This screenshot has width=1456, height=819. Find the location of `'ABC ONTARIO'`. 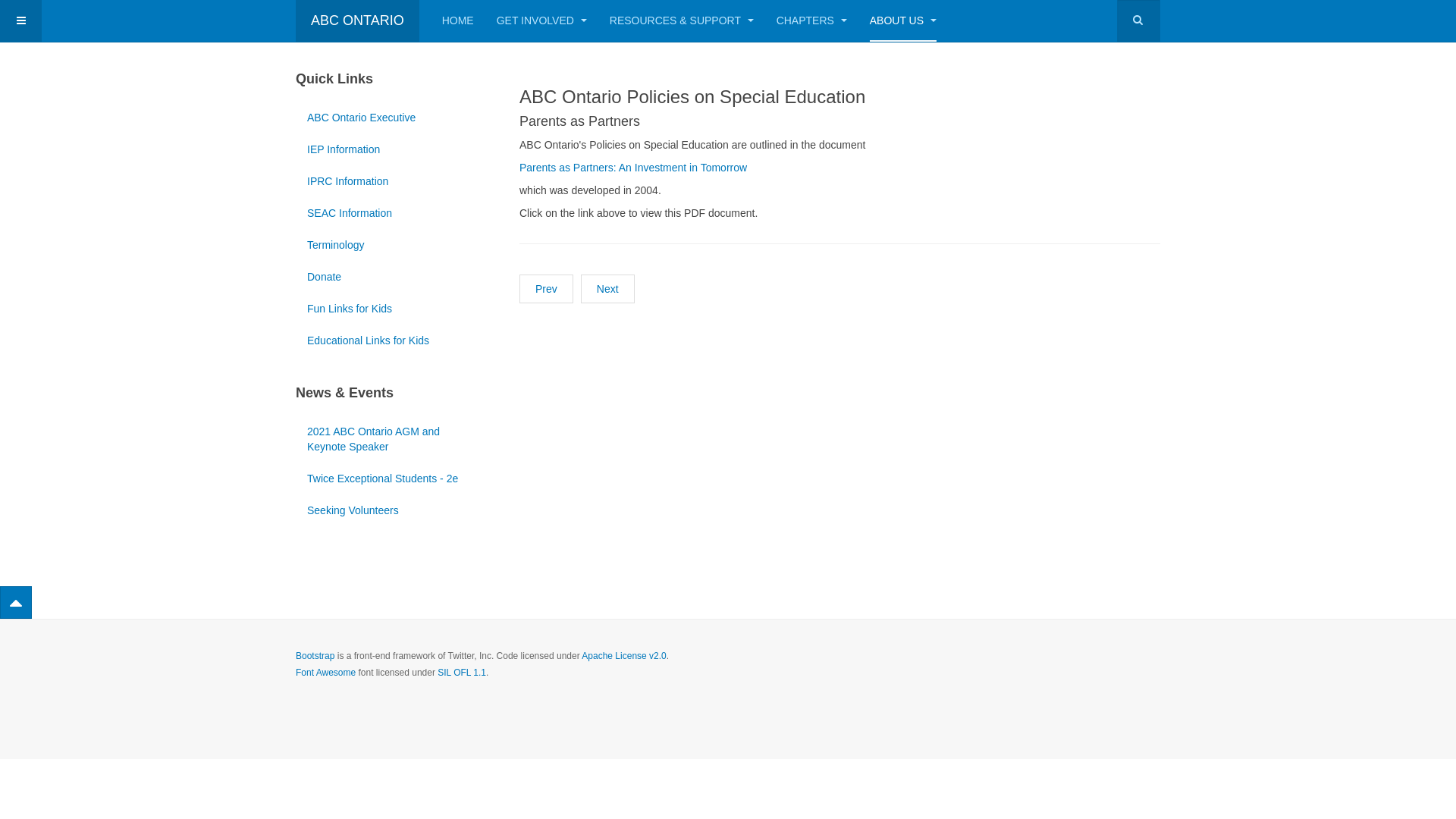

'ABC ONTARIO' is located at coordinates (356, 20).